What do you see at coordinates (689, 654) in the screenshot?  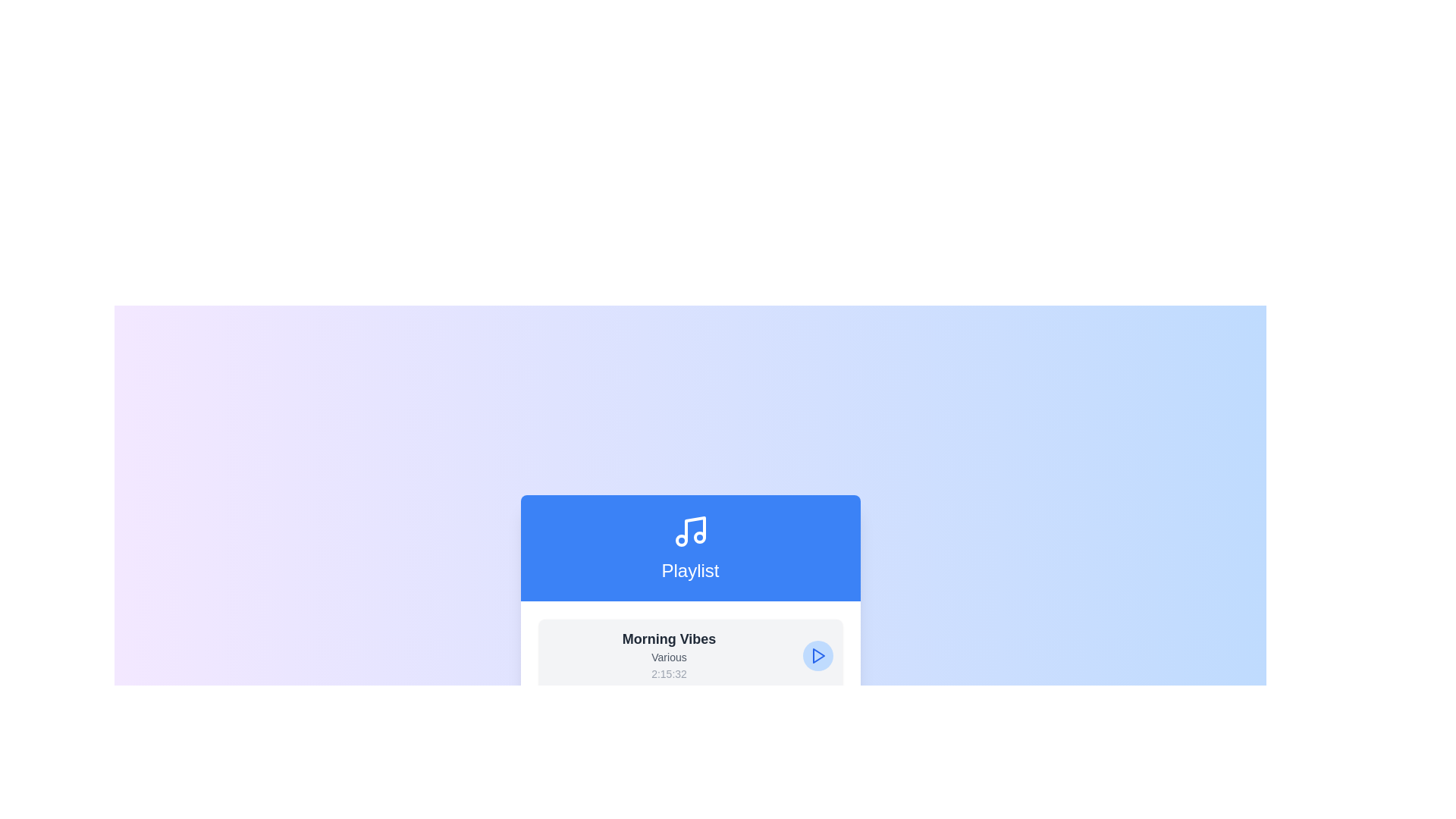 I see `the interactive list item card in the music playlist` at bounding box center [689, 654].